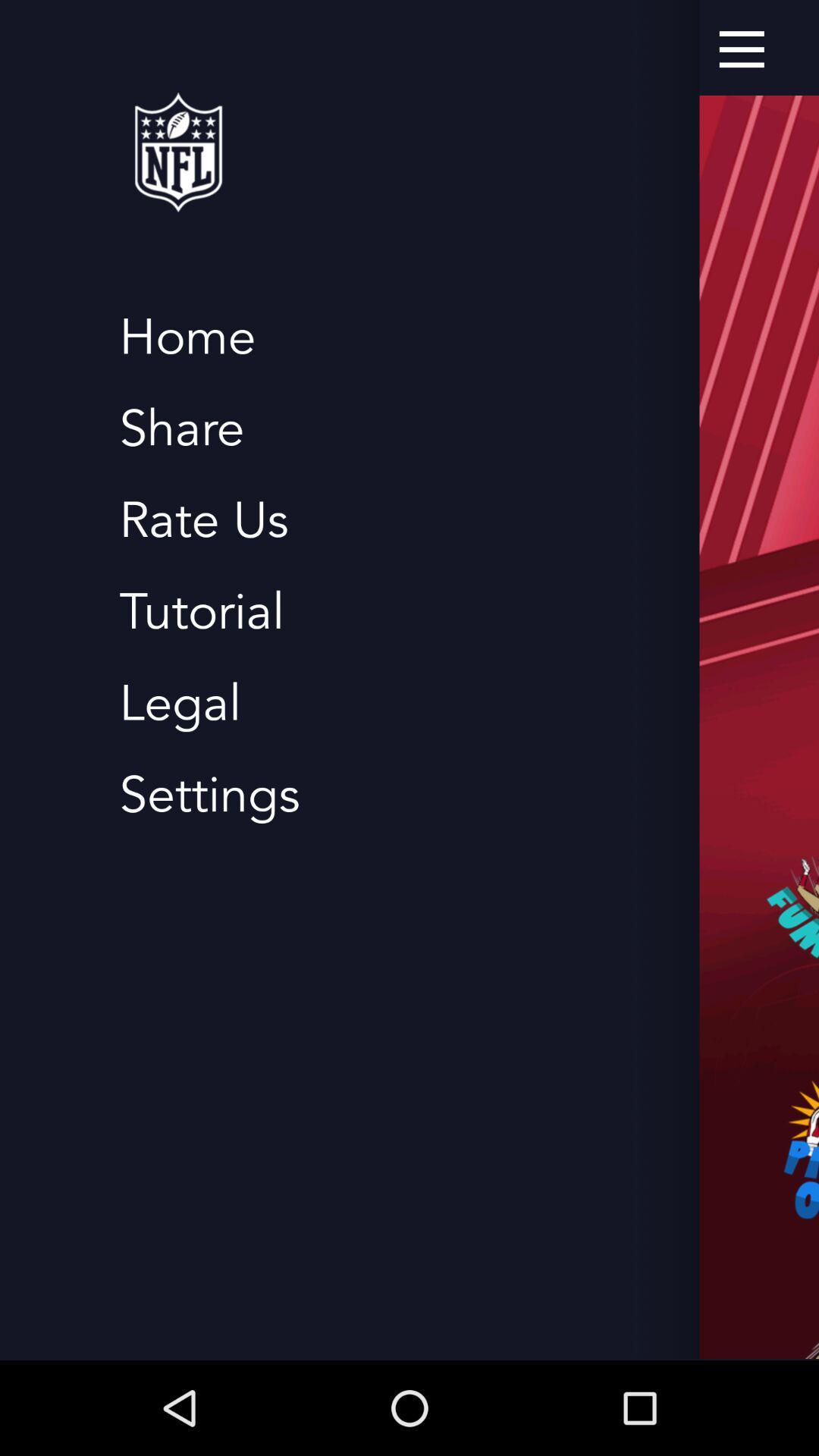  What do you see at coordinates (180, 428) in the screenshot?
I see `app below the home icon` at bounding box center [180, 428].